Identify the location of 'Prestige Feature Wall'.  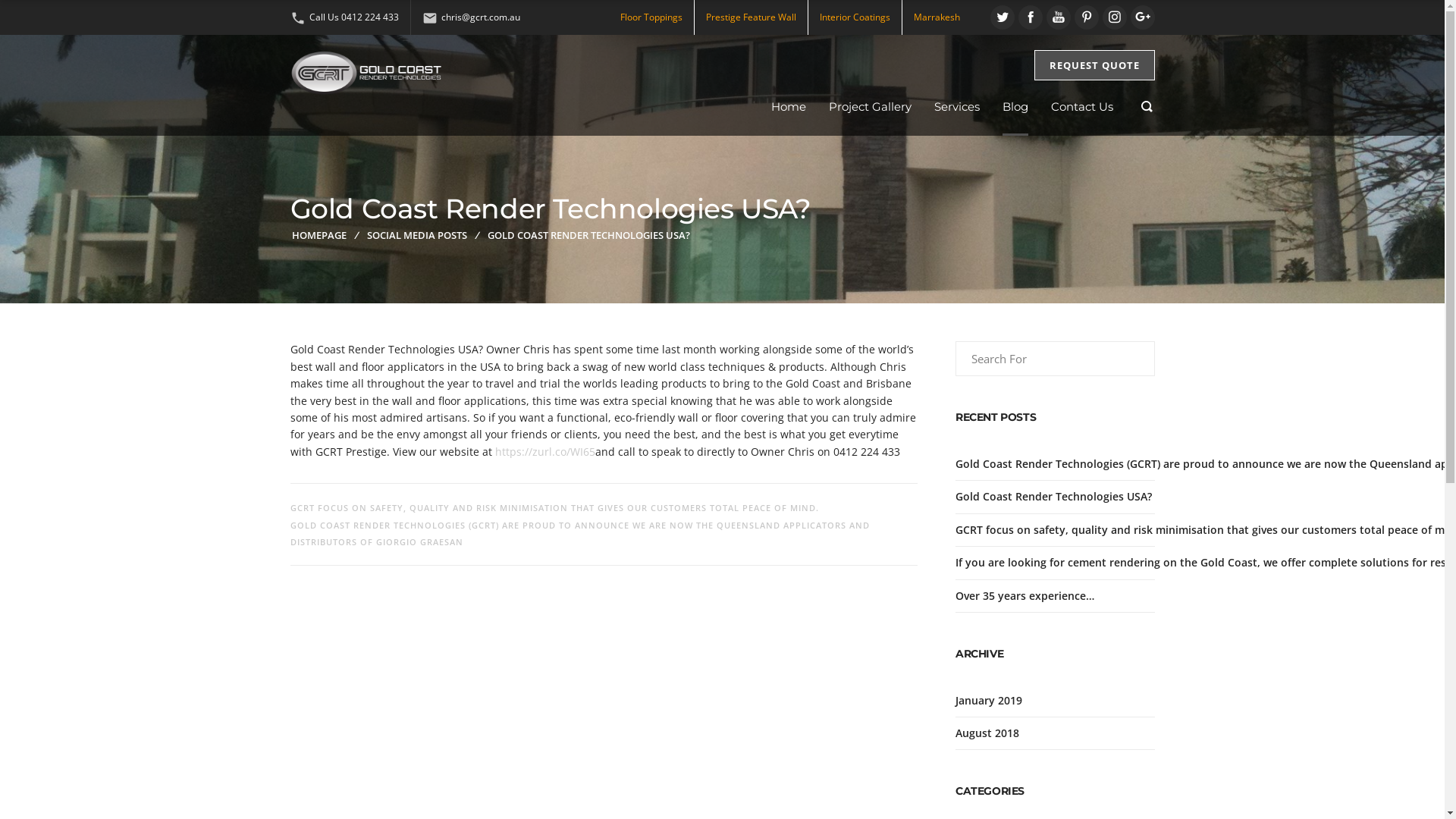
(704, 17).